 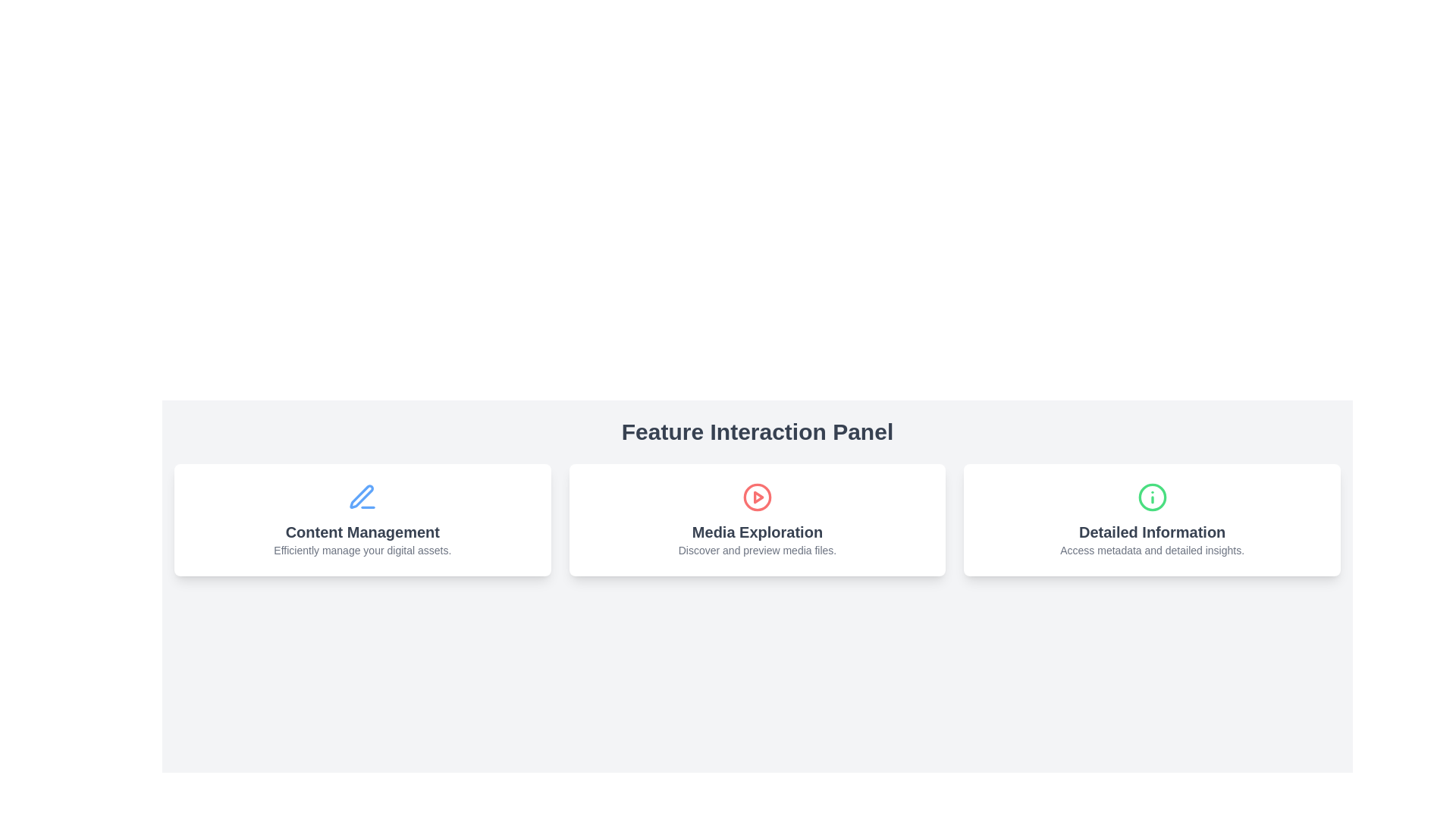 I want to click on the 'Content Management' text label, which is bold and dark gray, located at the center of the first card among three horizontally aligned cards, so click(x=362, y=532).